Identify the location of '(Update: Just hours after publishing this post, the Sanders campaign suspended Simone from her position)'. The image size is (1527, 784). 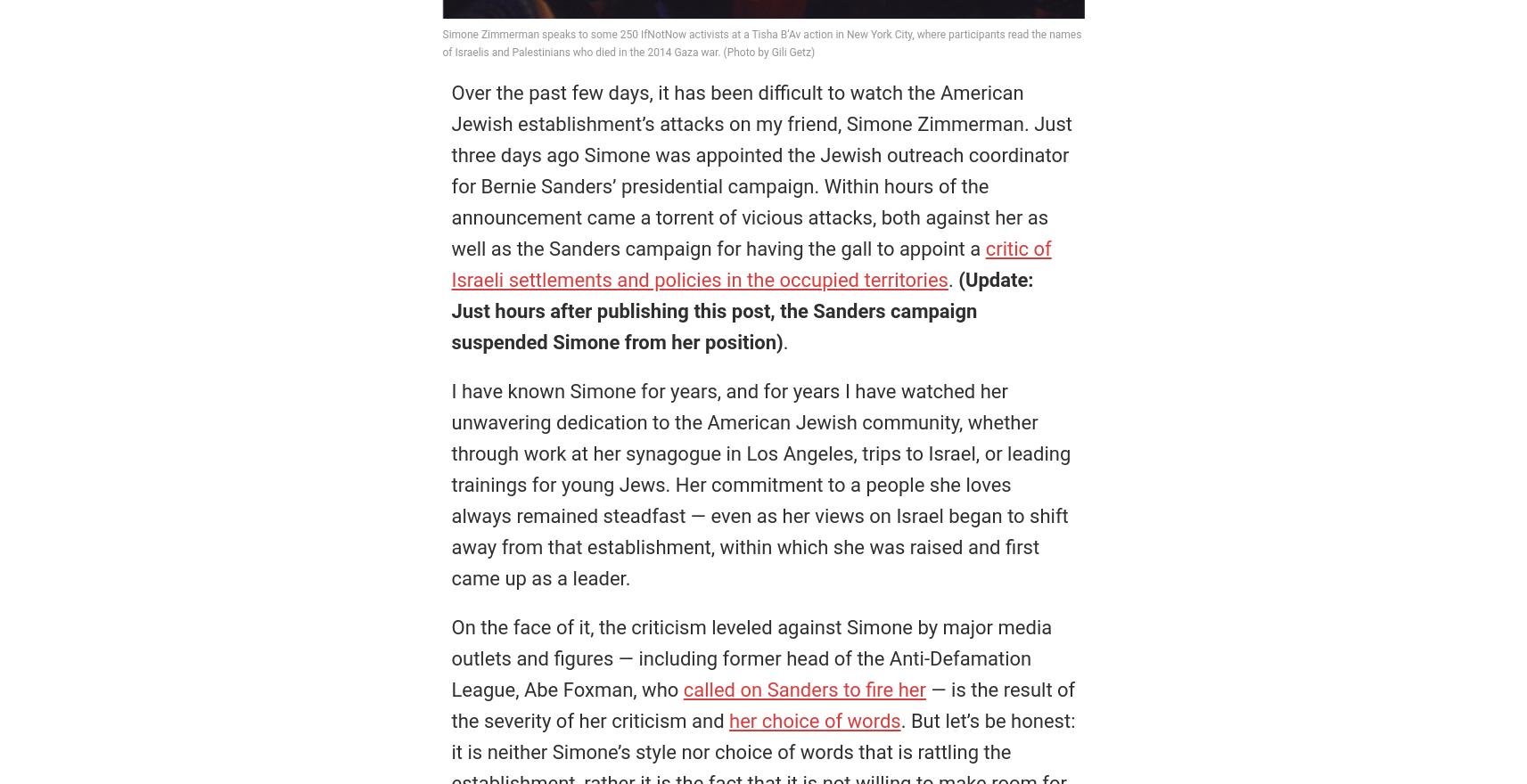
(450, 311).